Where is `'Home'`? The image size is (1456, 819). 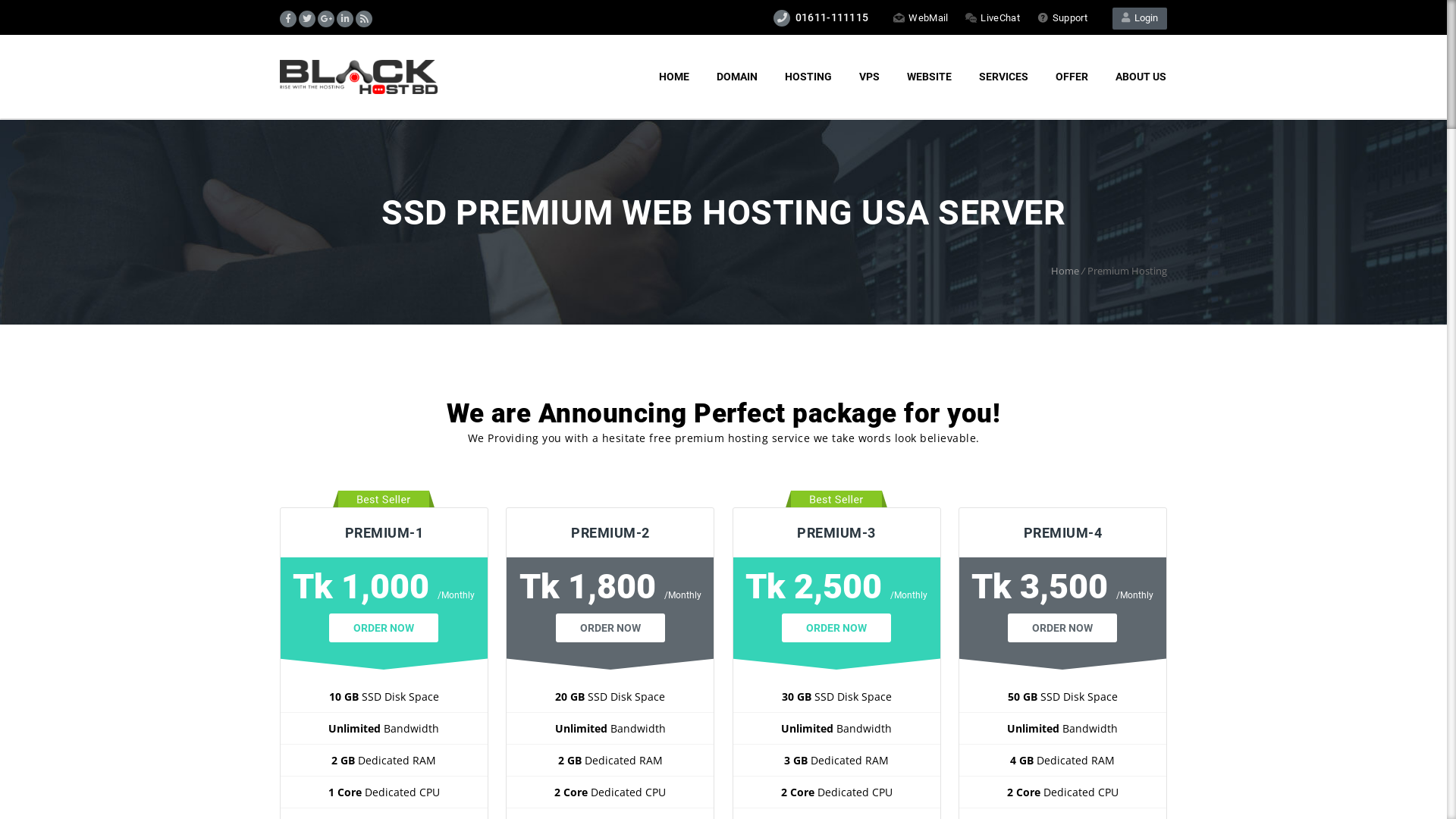 'Home' is located at coordinates (1064, 270).